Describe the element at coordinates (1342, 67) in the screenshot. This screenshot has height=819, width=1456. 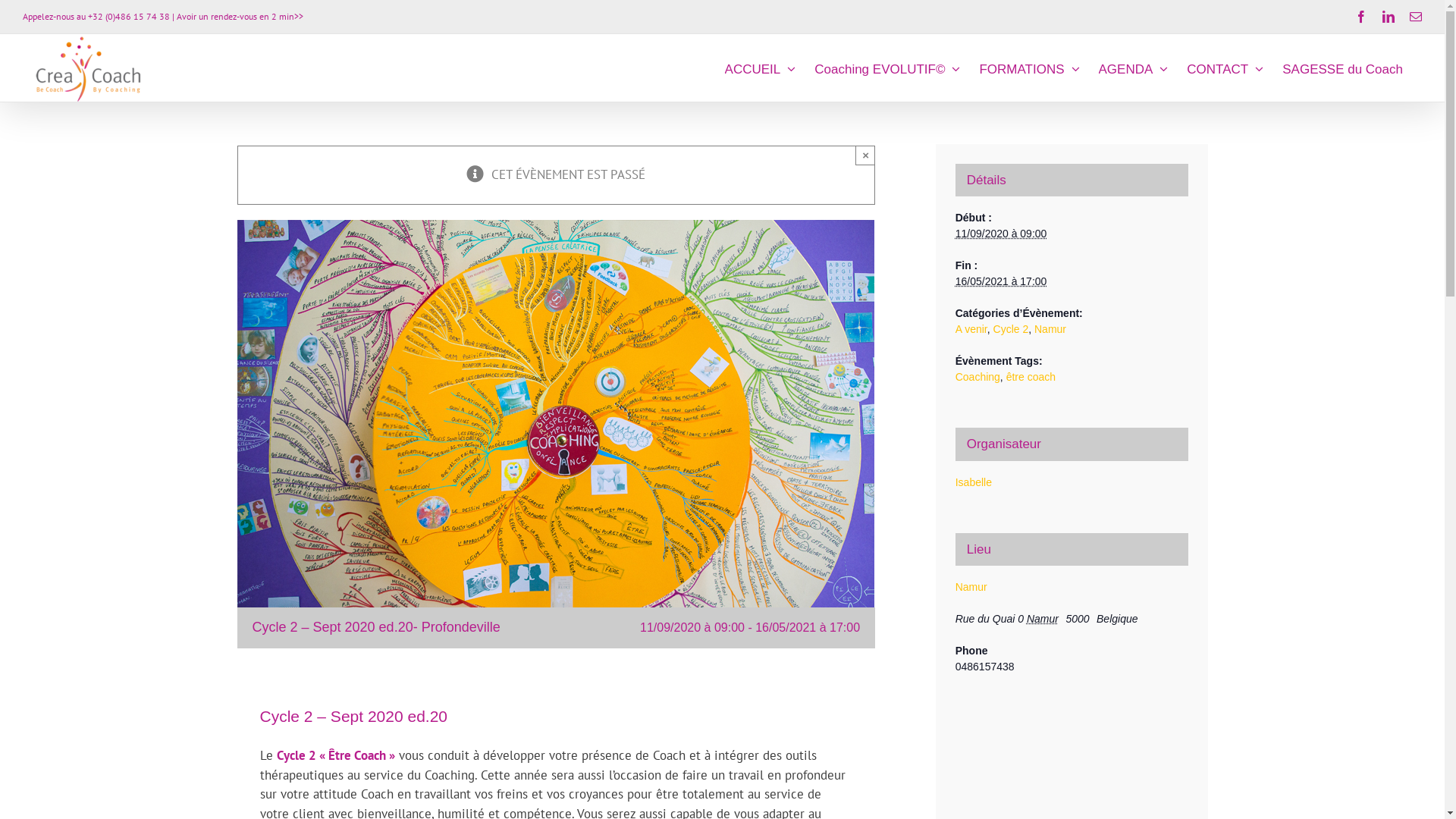
I see `'SAGESSE du Coach'` at that location.